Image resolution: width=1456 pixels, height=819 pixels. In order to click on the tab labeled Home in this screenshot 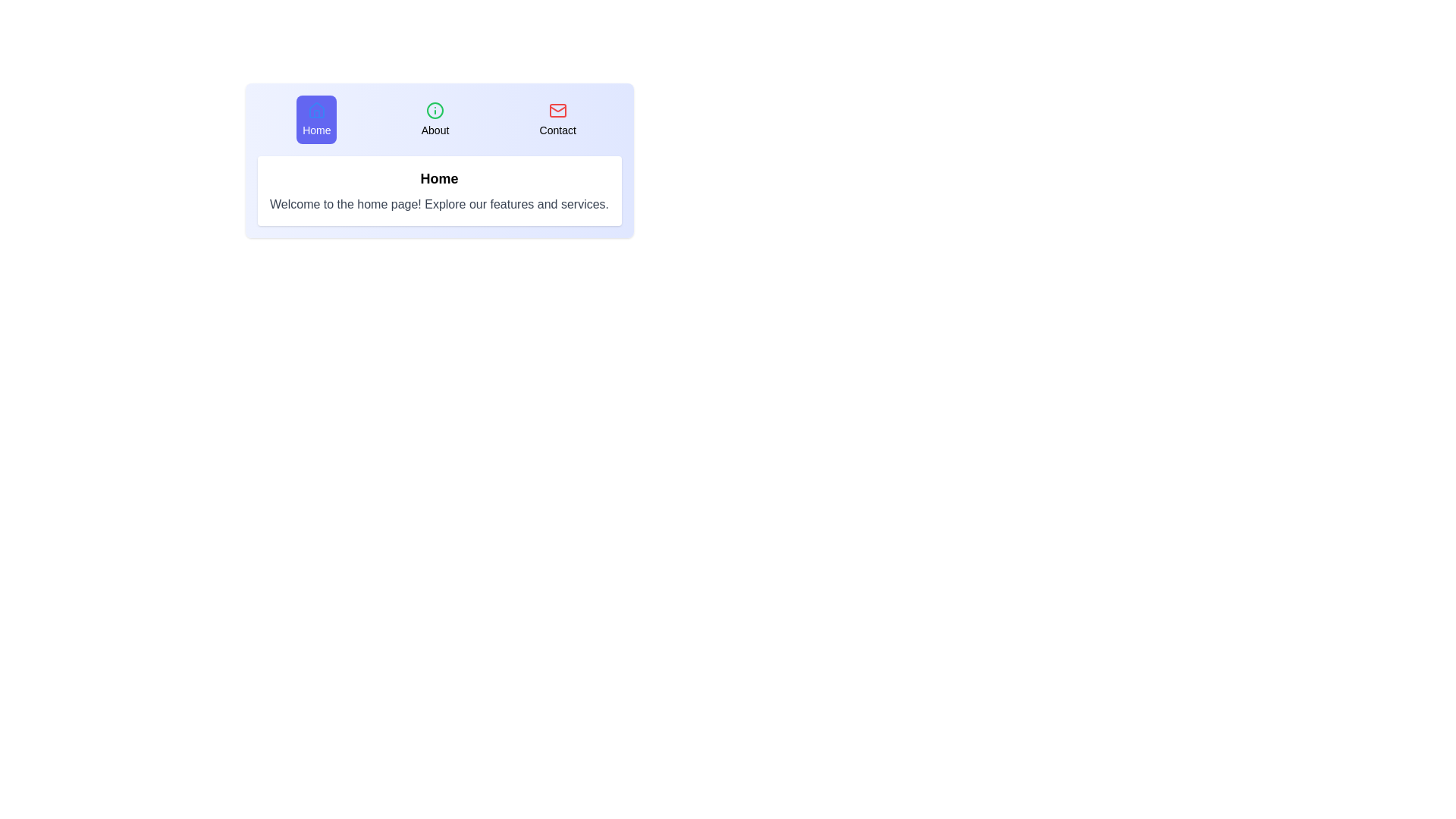, I will do `click(315, 119)`.